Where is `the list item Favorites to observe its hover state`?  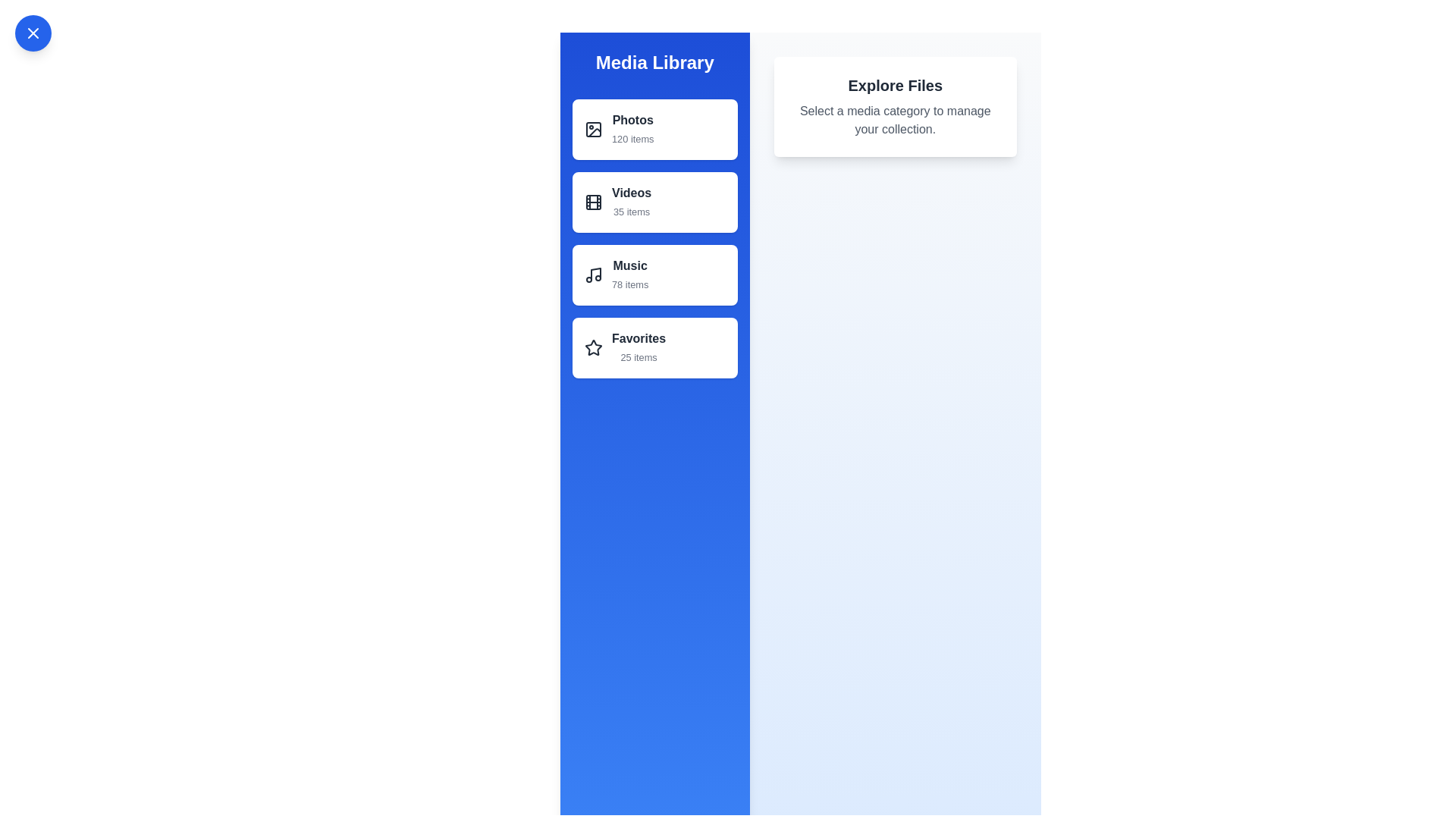 the list item Favorites to observe its hover state is located at coordinates (654, 348).